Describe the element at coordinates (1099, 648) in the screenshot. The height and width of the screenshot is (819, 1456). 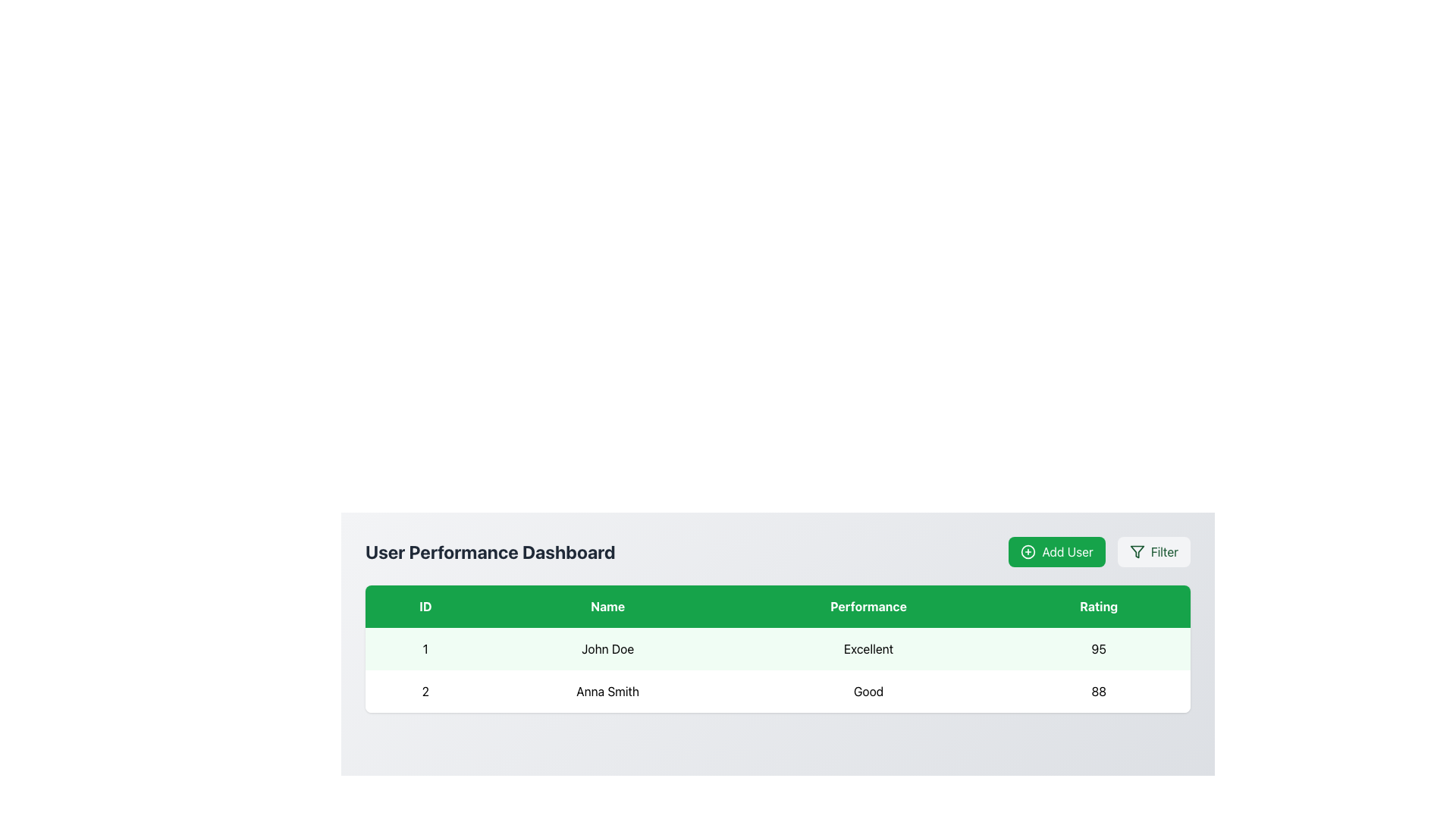
I see `the Table Cell in the first row, fourth column under the 'Rating' header, which indicates the performance rating for the respective user, aligning with 'John Doe'` at that location.